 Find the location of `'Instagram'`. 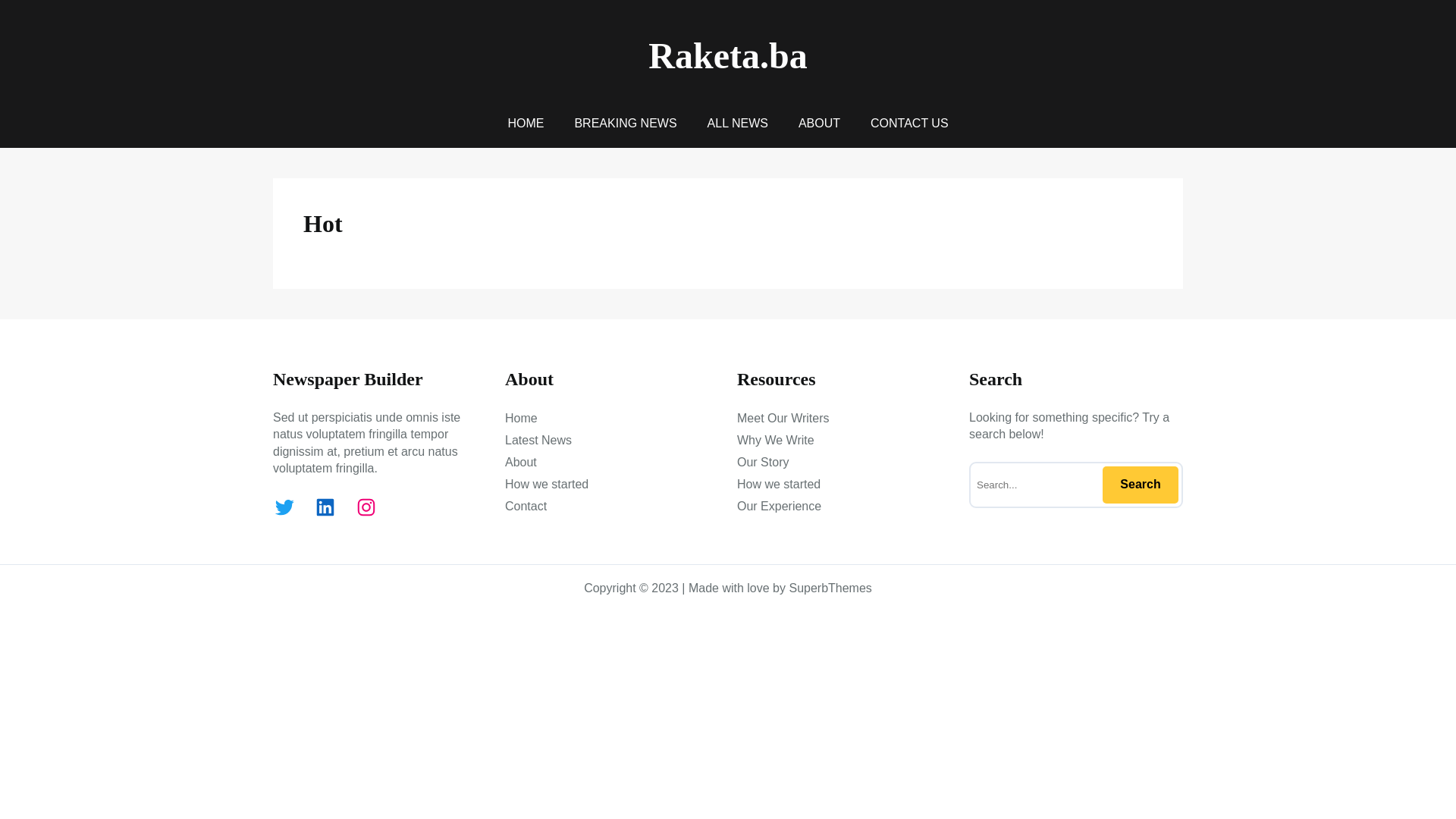

'Instagram' is located at coordinates (366, 507).